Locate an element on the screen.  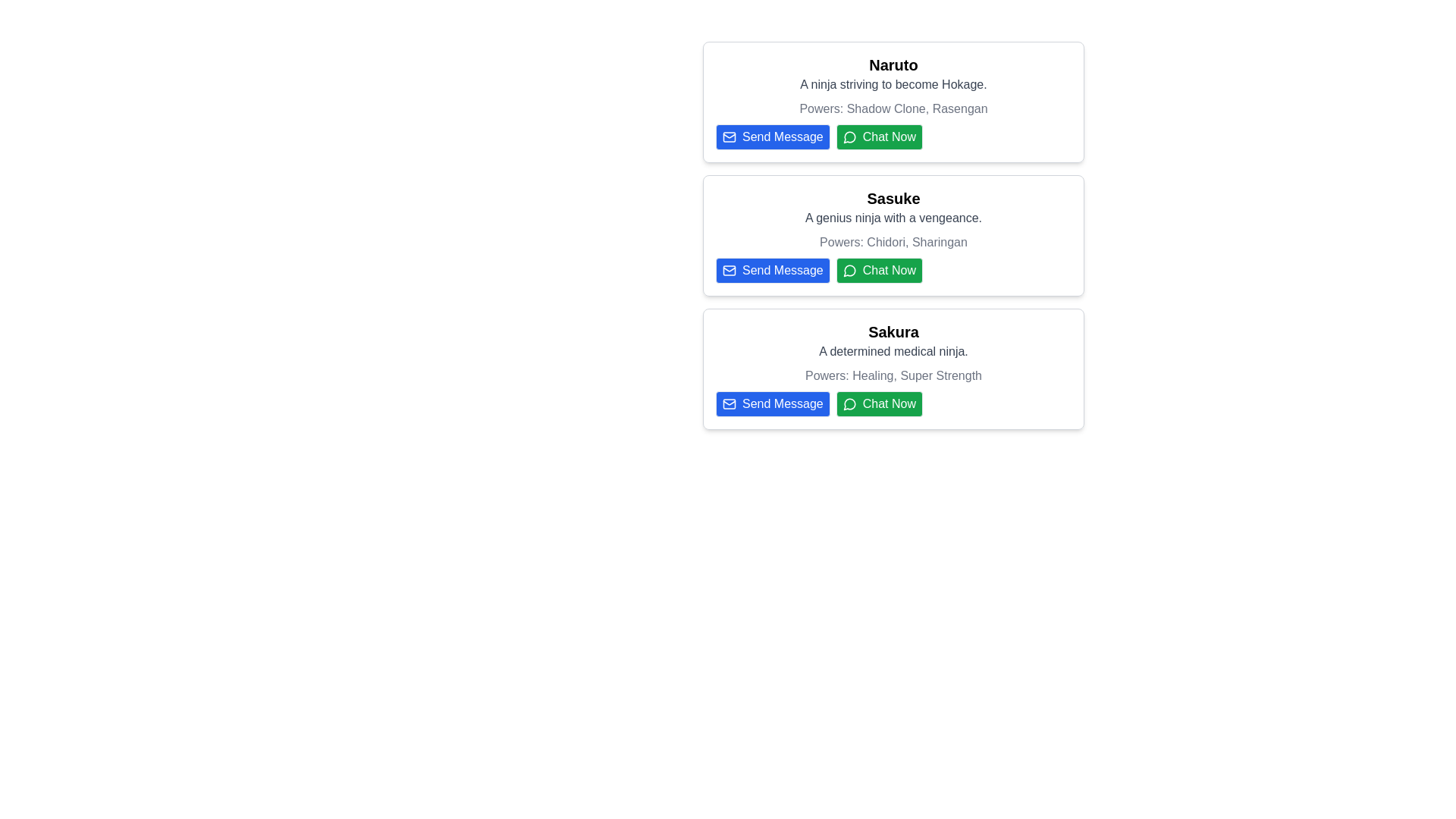
the text label displaying 'A genius ninja with a vengeance.' which is styled in gray font and positioned below the heading 'Sasuke' is located at coordinates (893, 218).